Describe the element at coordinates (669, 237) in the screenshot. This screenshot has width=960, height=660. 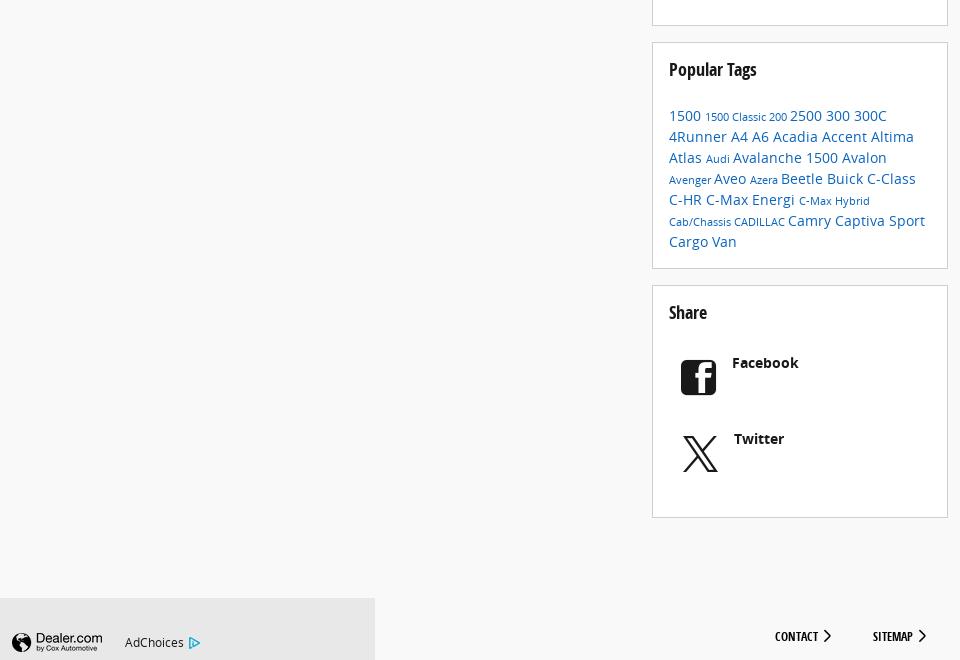
I see `'Cab/Chassis'` at that location.